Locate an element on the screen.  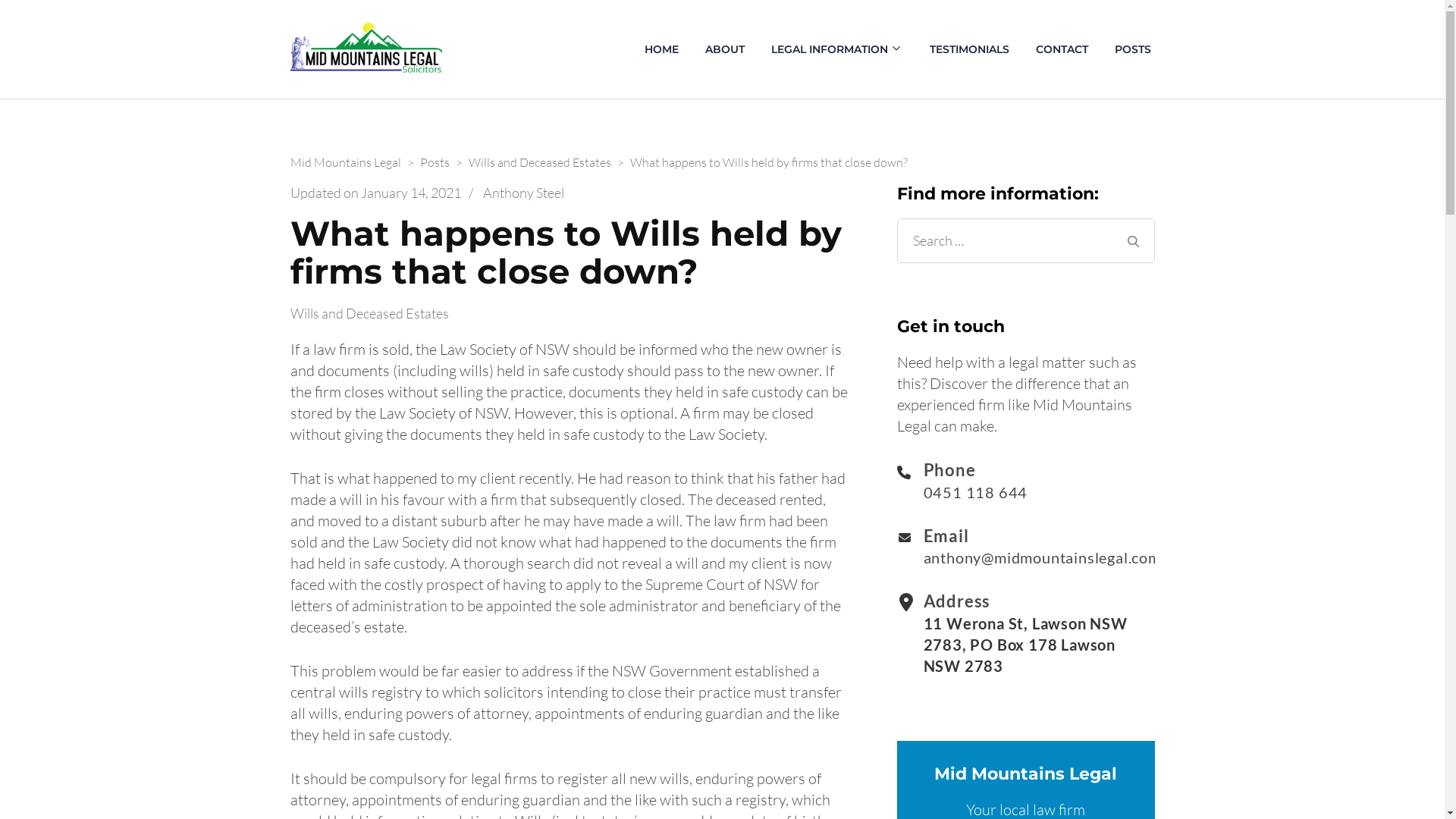
'ABOUT' is located at coordinates (723, 49).